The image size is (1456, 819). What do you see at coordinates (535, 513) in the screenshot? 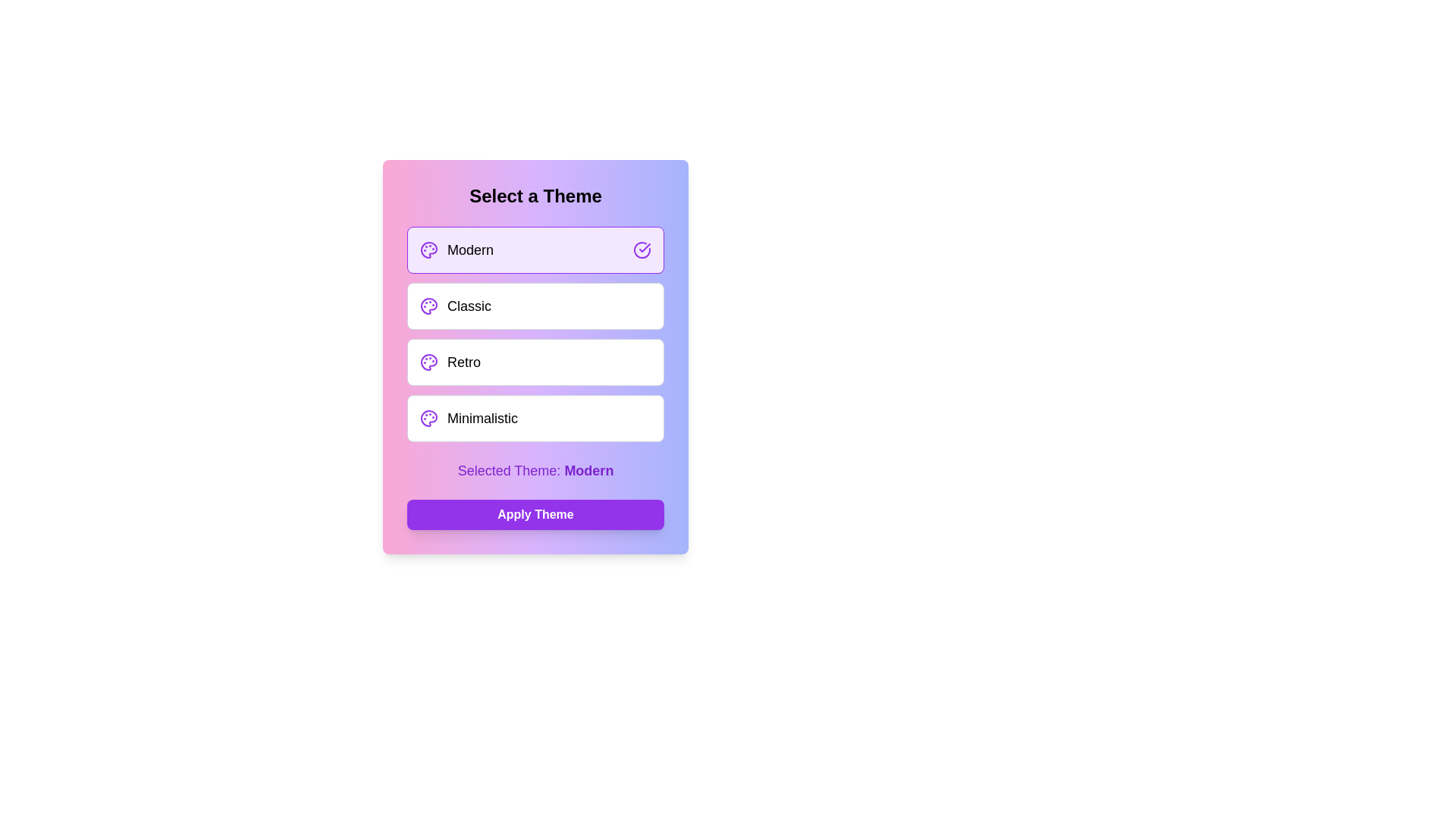
I see `the button located directly below the text 'Selected Theme: Modern' to apply the selected theme` at bounding box center [535, 513].